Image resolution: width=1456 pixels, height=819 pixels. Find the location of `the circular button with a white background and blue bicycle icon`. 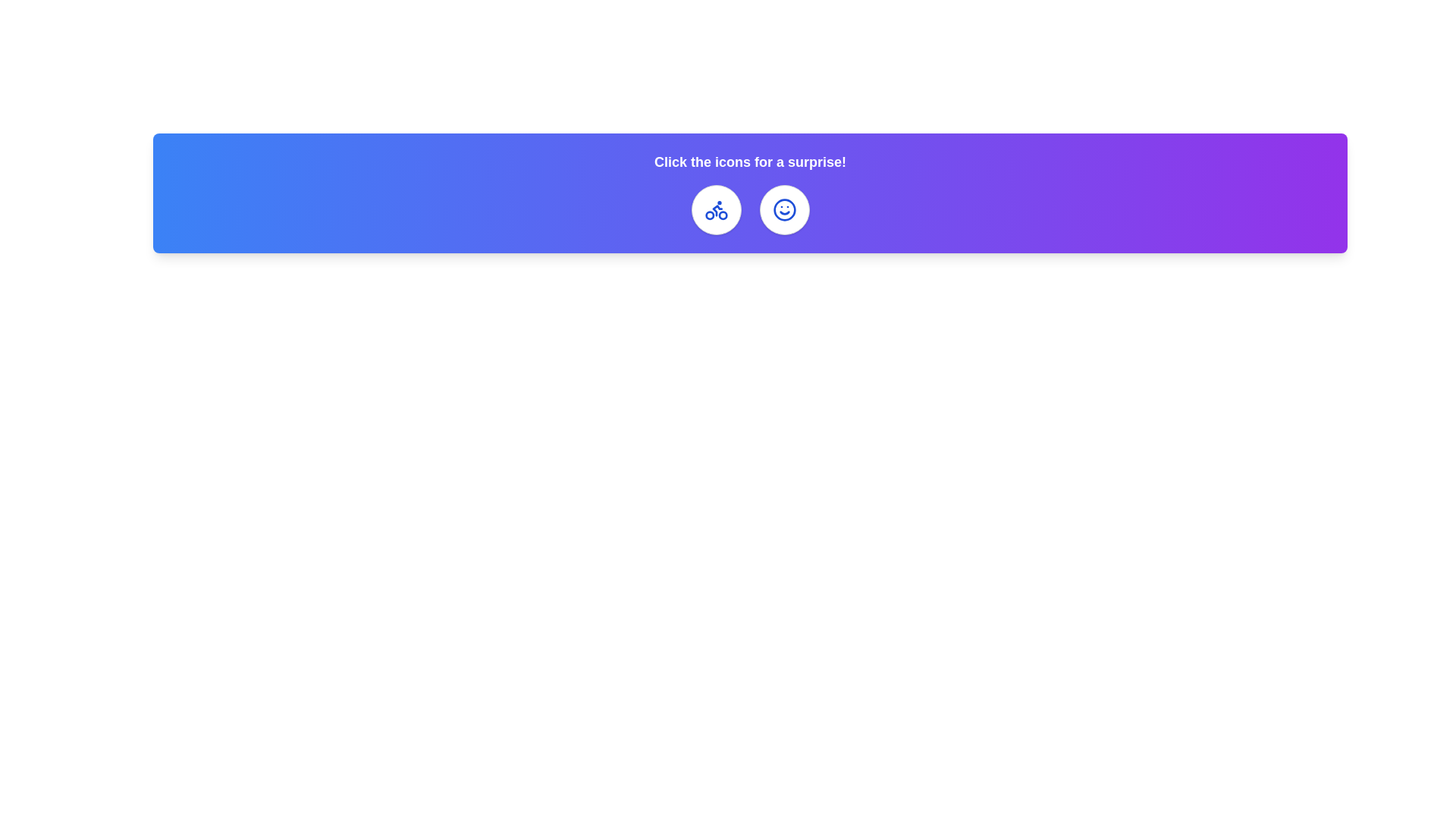

the circular button with a white background and blue bicycle icon is located at coordinates (715, 210).